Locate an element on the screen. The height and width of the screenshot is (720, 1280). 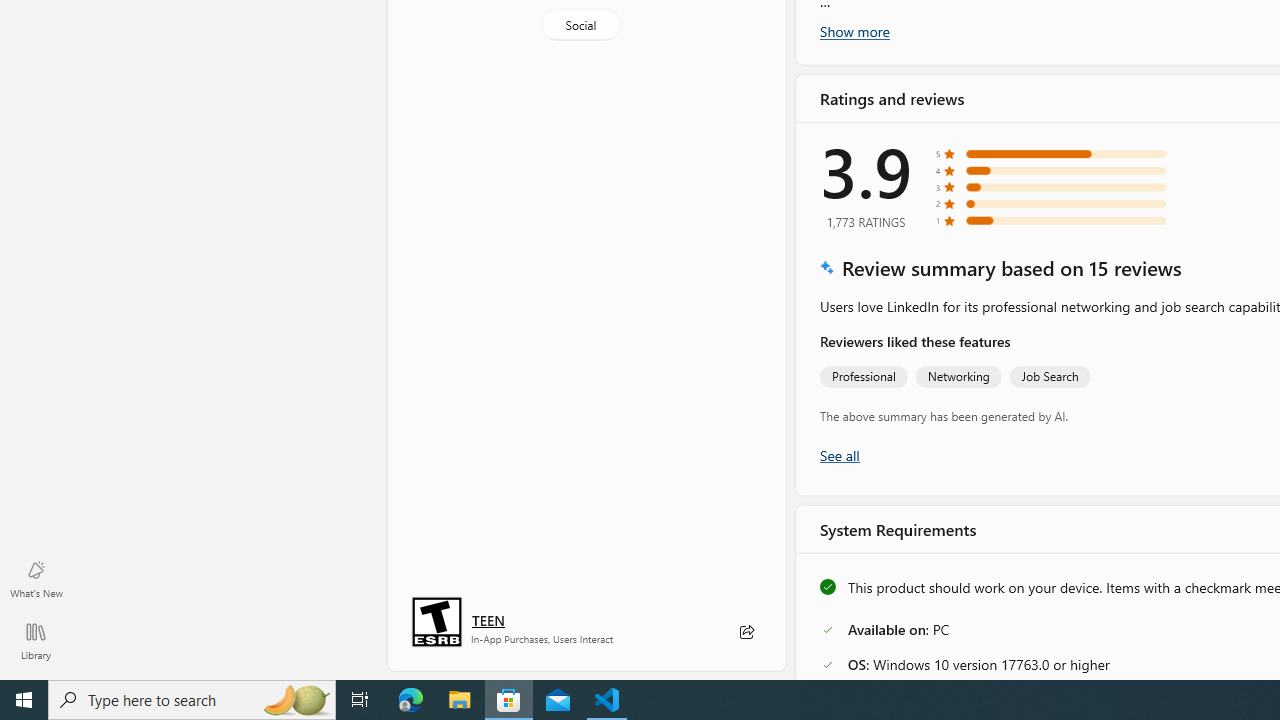
'Show more' is located at coordinates (855, 31).